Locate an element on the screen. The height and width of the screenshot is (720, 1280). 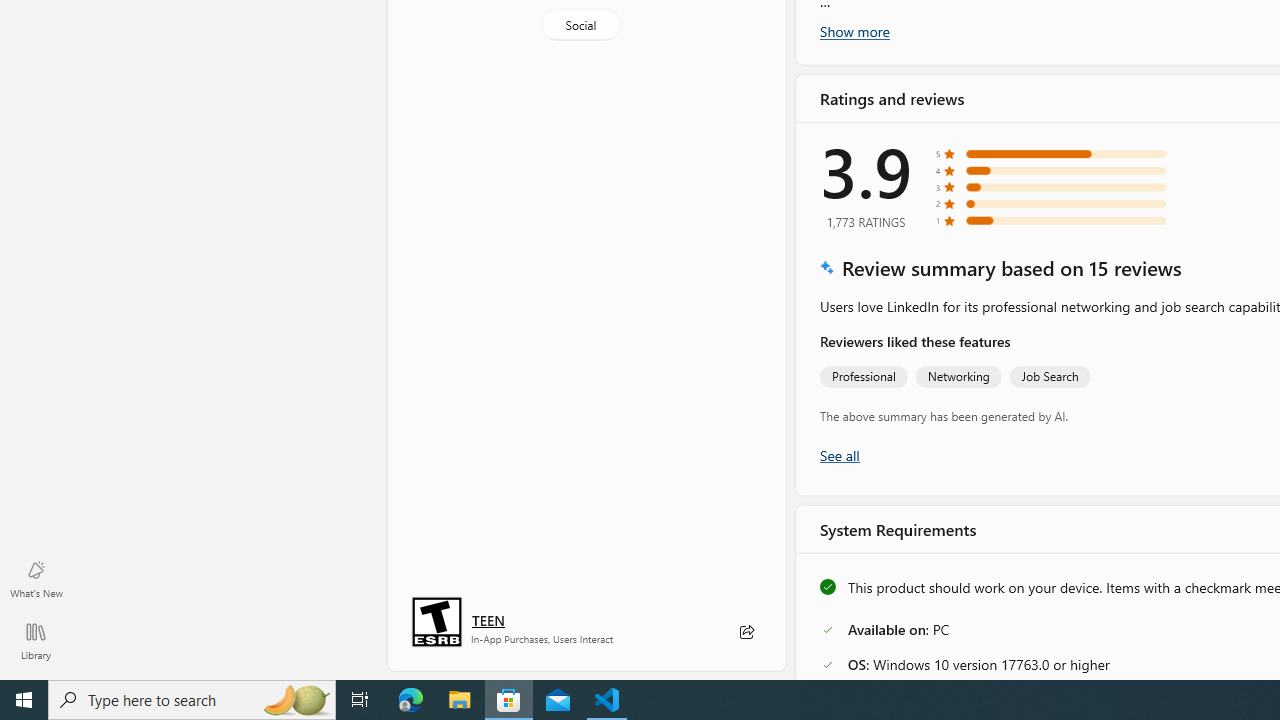
'Show more' is located at coordinates (855, 31).